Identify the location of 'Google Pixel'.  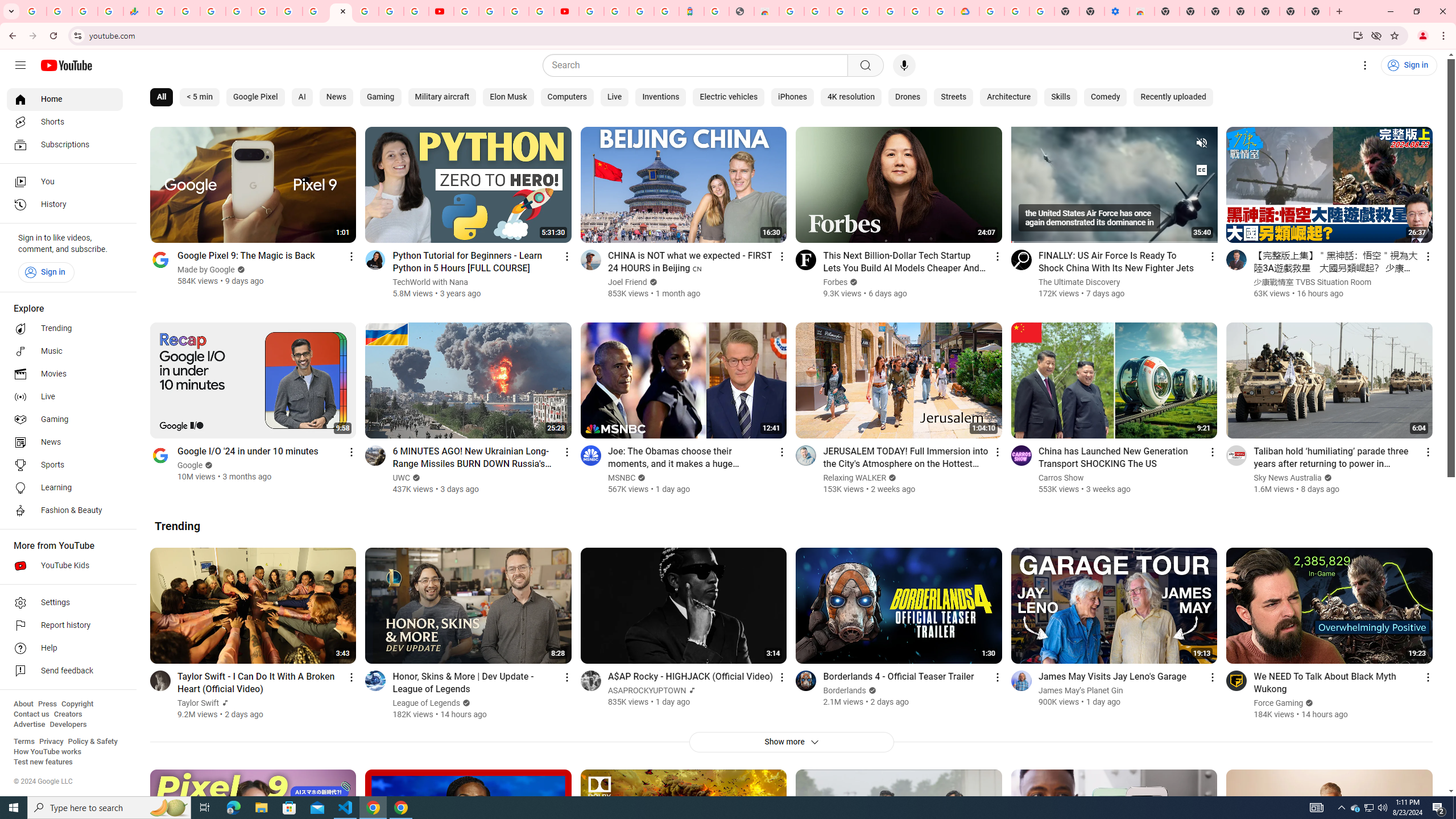
(255, 97).